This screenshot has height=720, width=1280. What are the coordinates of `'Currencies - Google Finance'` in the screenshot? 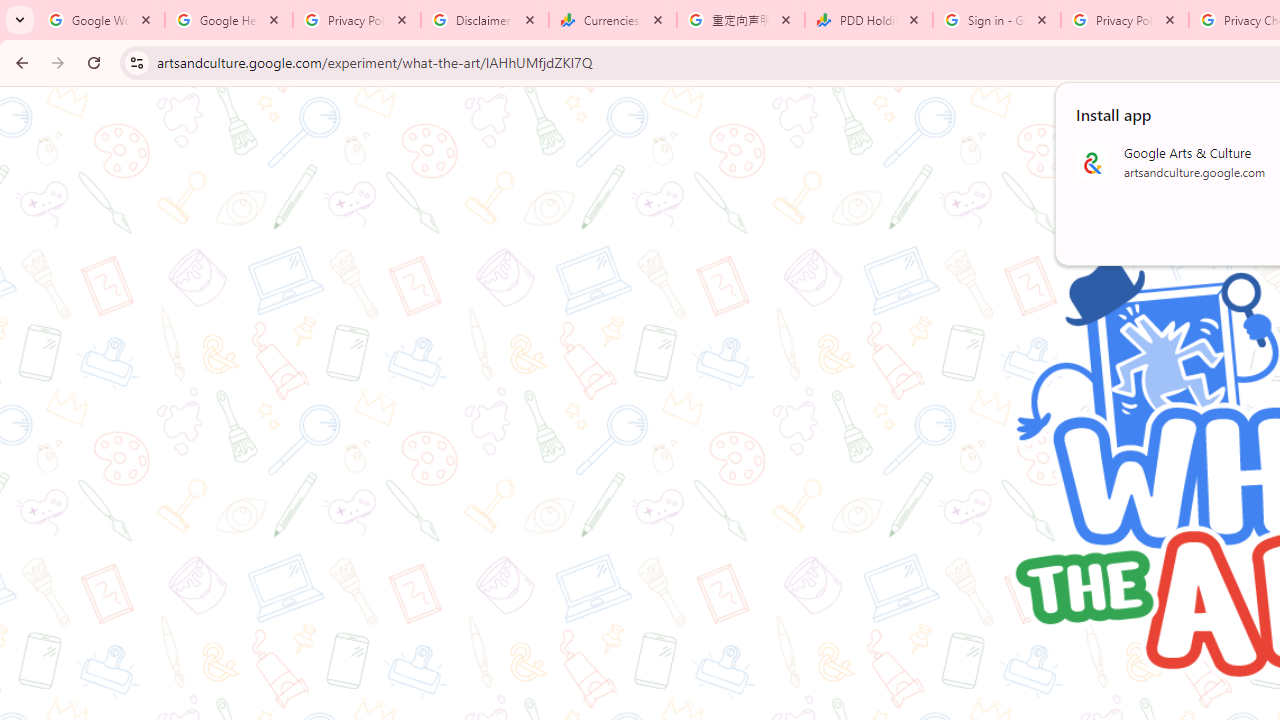 It's located at (612, 20).